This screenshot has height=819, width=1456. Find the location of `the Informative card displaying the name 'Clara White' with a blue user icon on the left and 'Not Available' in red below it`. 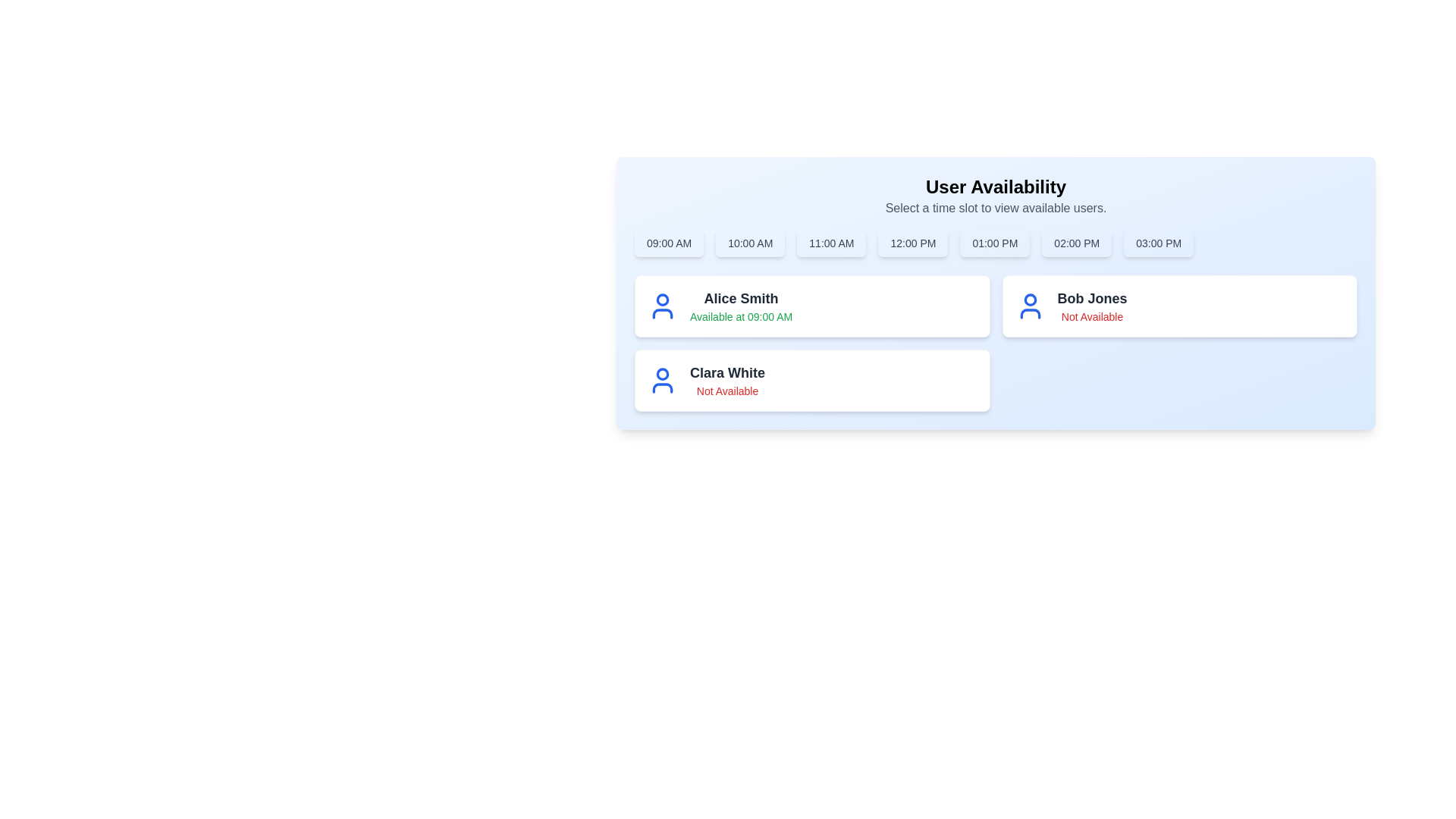

the Informative card displaying the name 'Clara White' with a blue user icon on the left and 'Not Available' in red below it is located at coordinates (811, 379).